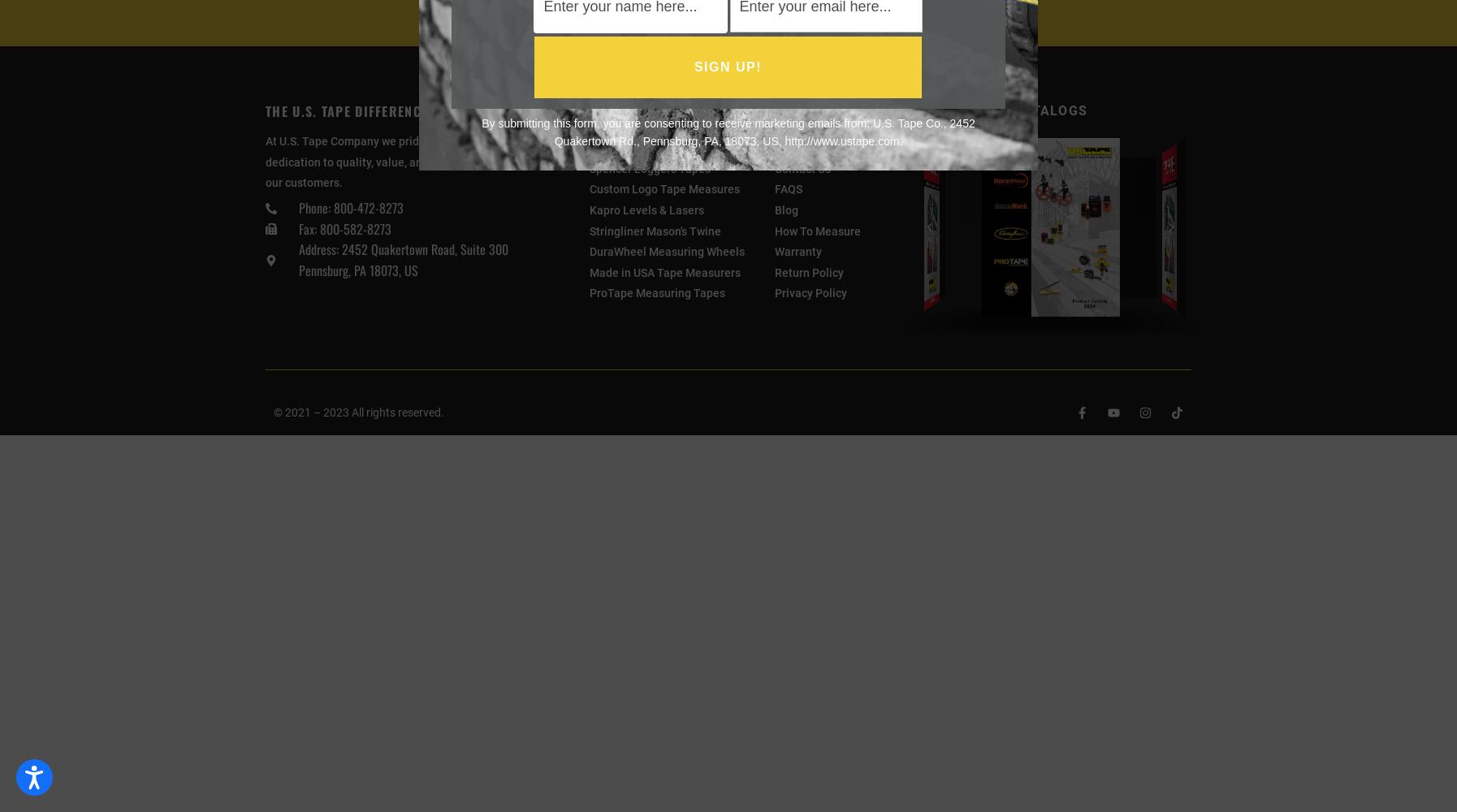  I want to click on 'Fax: 800-582-8273', so click(343, 228).